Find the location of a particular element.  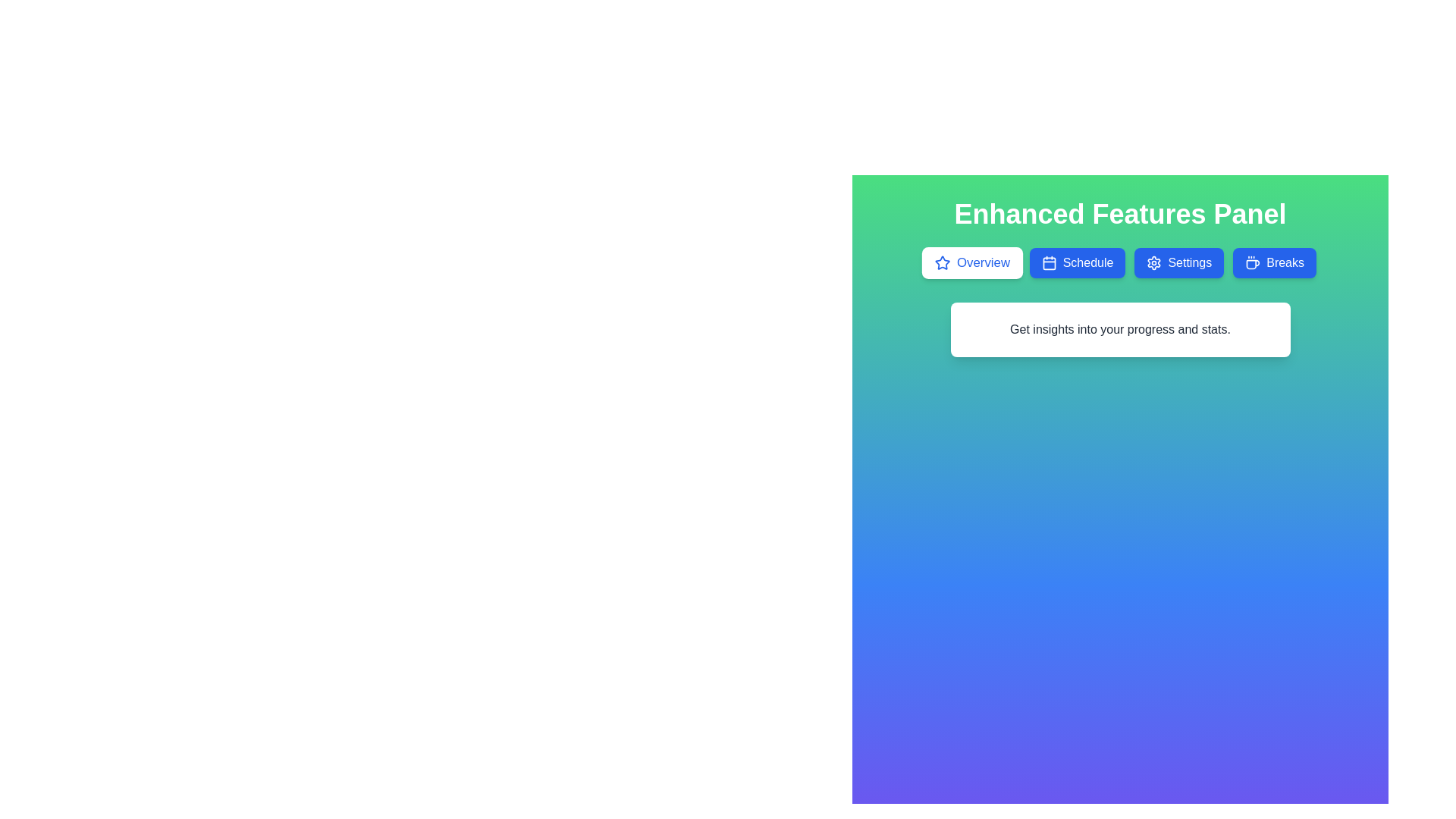

the blue star icon outlined in white that is located to the left of the text 'Overview' in the navigation bar is located at coordinates (942, 262).